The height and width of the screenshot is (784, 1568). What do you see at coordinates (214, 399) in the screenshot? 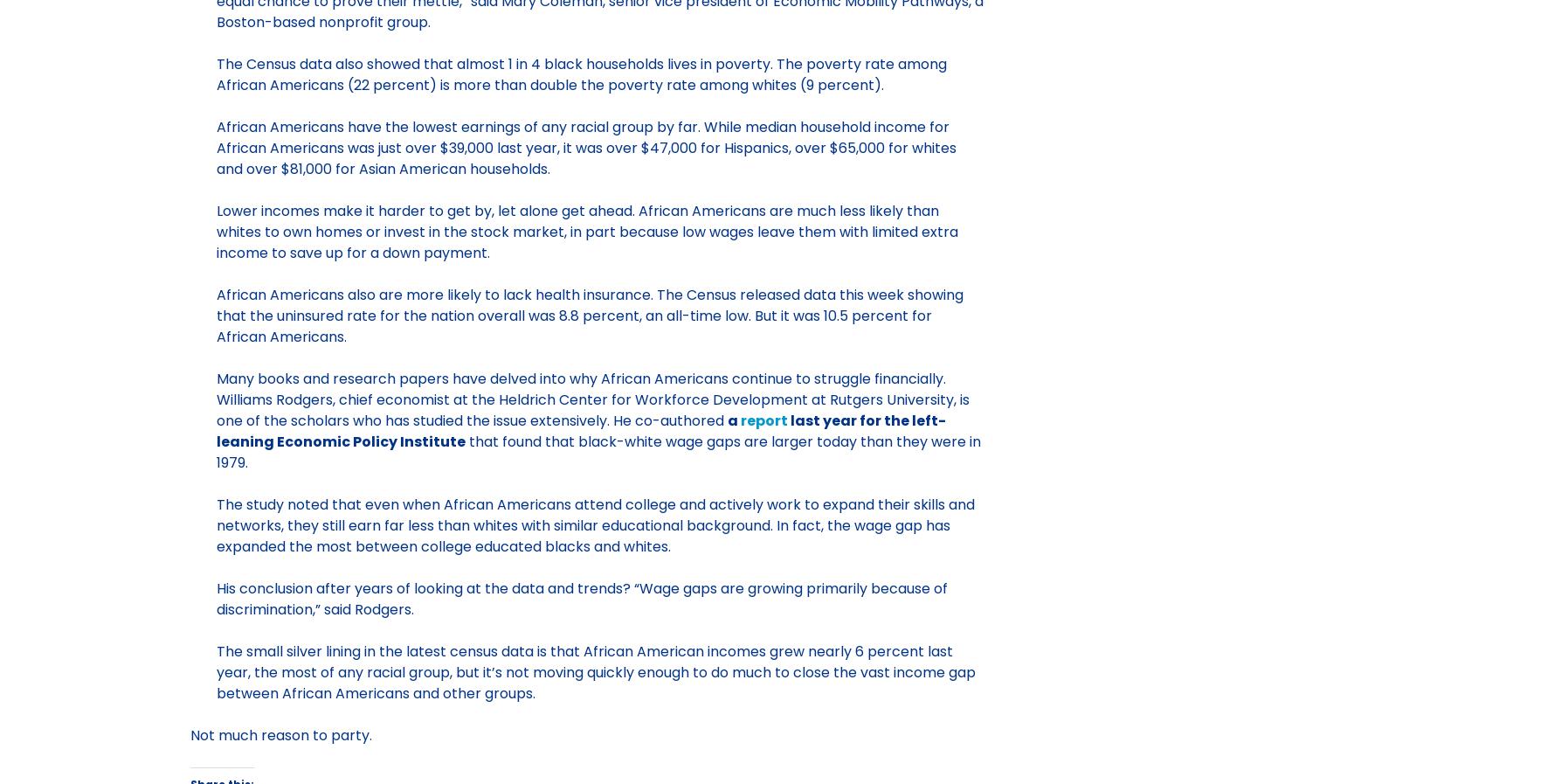
I see `'Many books and research papers have delved into why African Americans continue to struggle financially. Williams Rodgers, chief economist at the Heldrich Center for Workforce Development at Rutgers University, is one of the scholars who has studied the issue extensively. He co-authored'` at bounding box center [214, 399].